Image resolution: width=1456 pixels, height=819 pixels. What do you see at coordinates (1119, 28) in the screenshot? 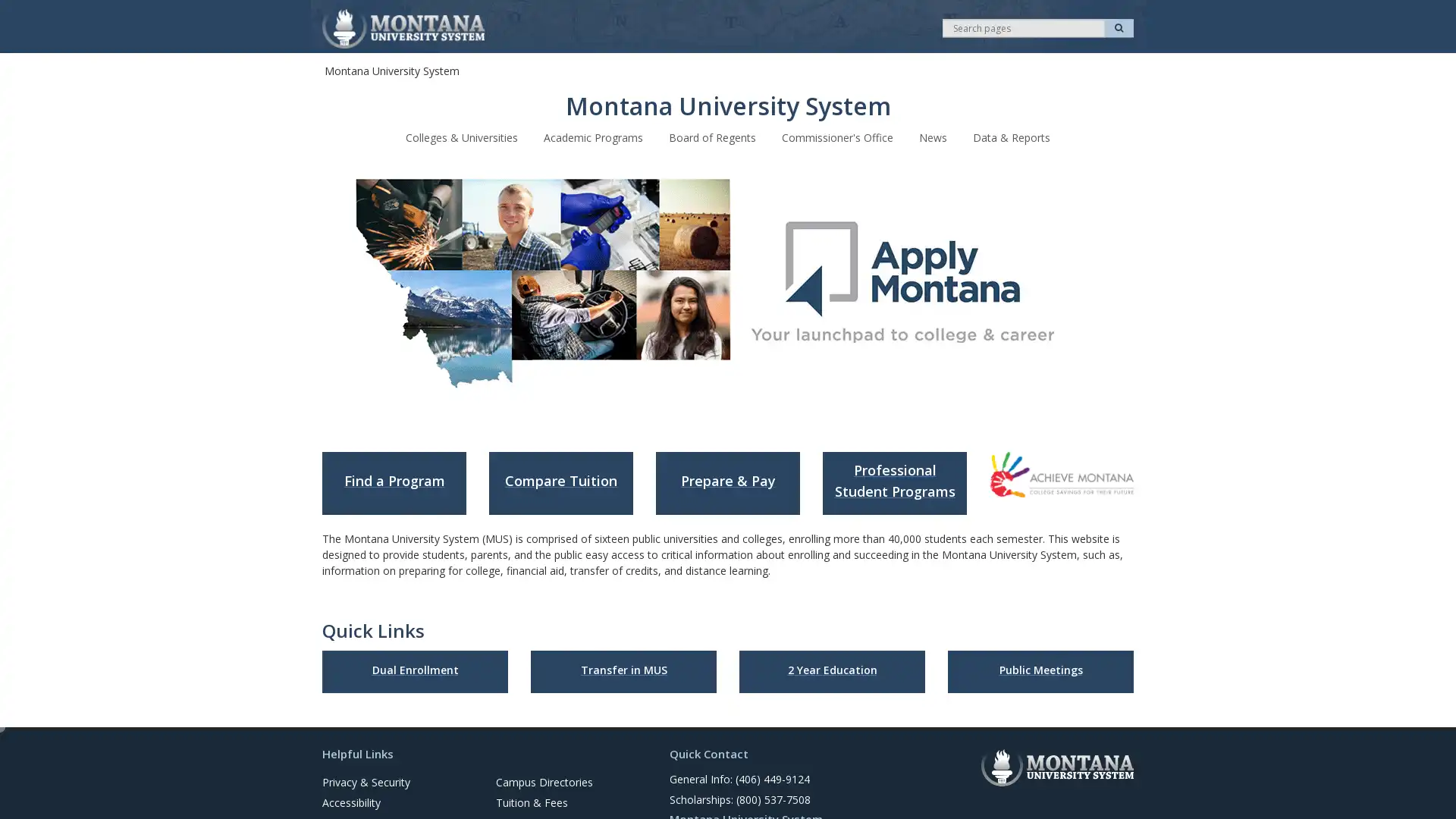
I see `Search` at bounding box center [1119, 28].